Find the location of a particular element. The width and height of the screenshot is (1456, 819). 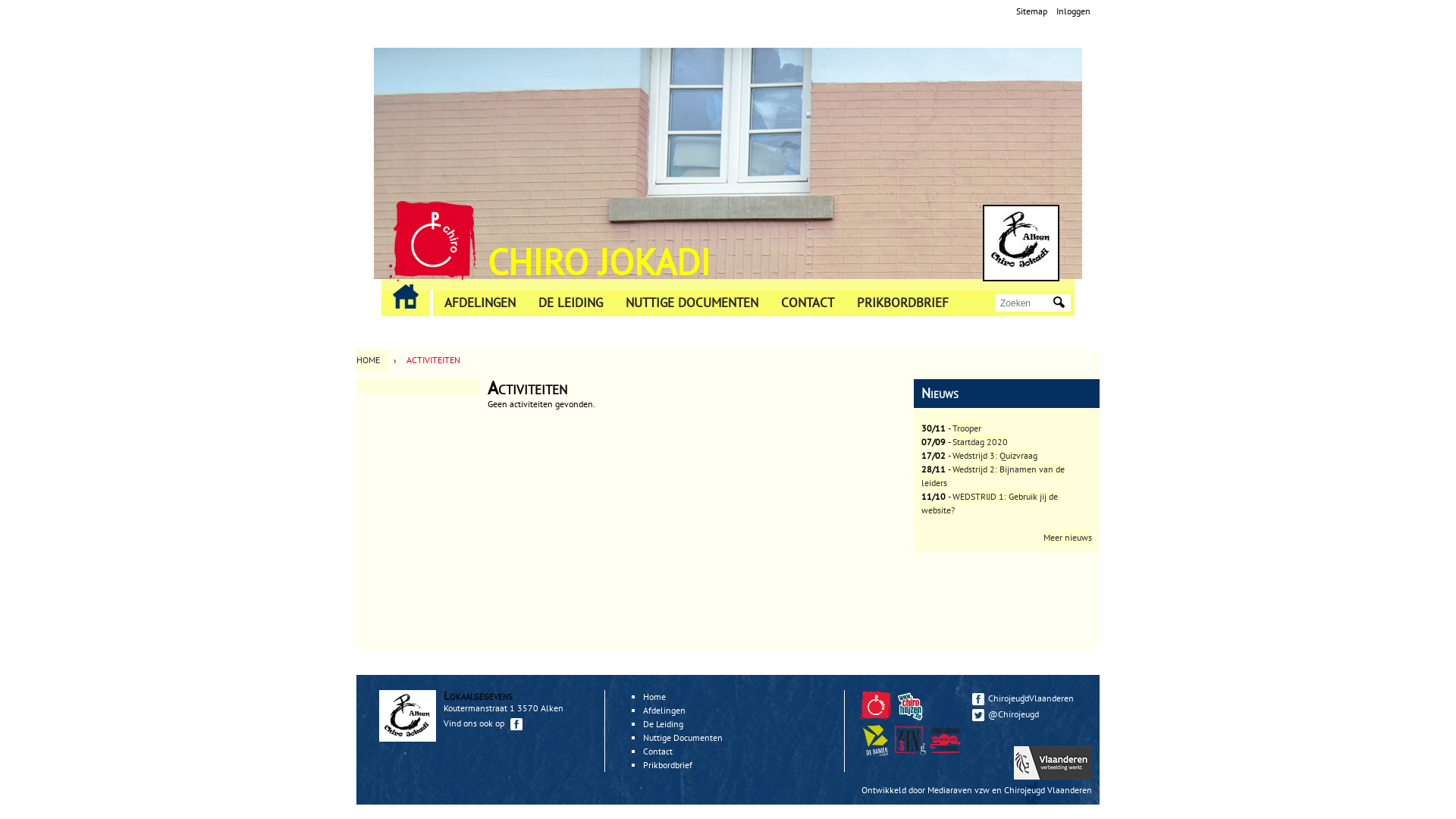

'Twitter' is located at coordinates (978, 714).